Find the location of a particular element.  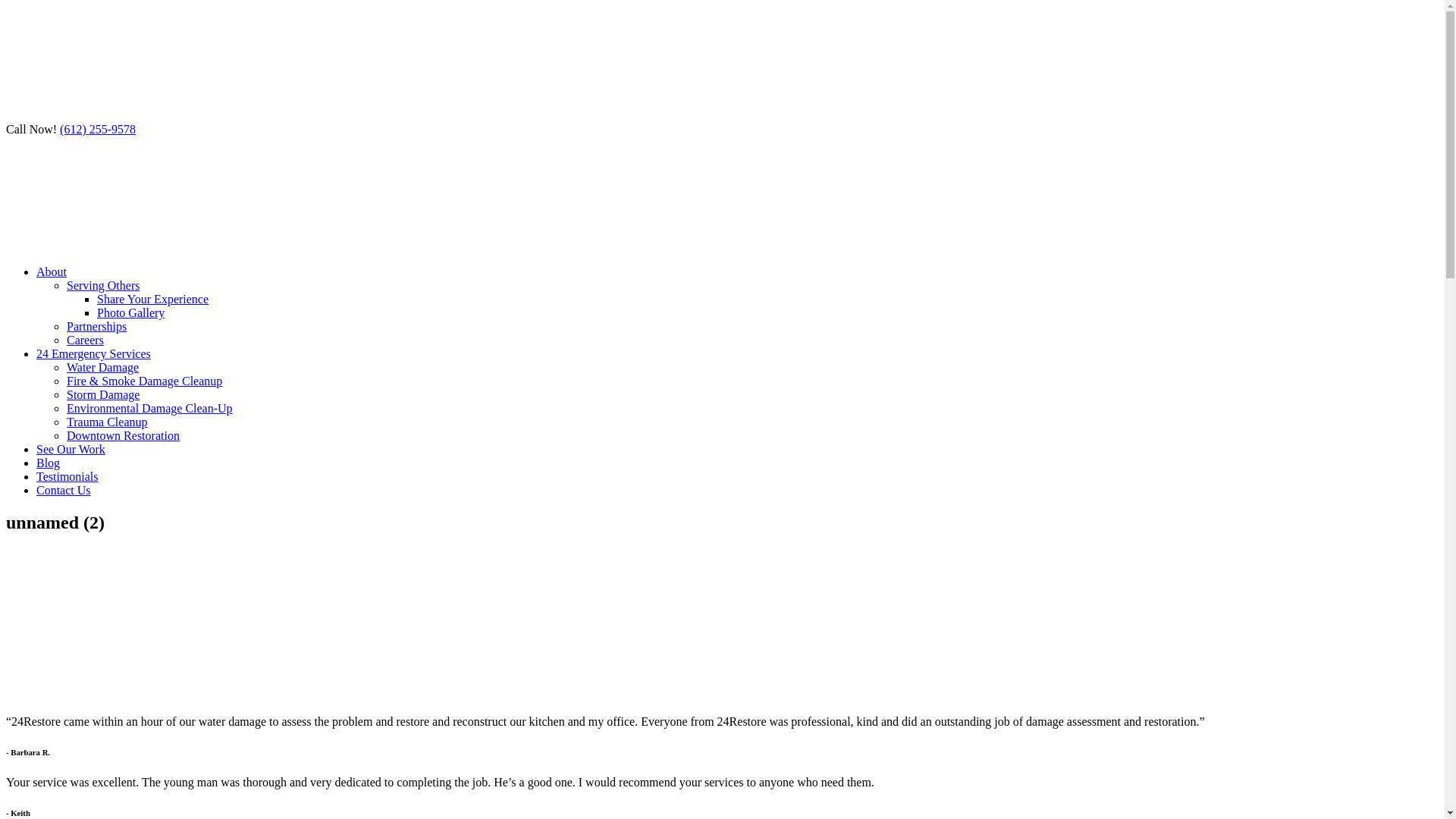

'Partnerships' is located at coordinates (96, 325).